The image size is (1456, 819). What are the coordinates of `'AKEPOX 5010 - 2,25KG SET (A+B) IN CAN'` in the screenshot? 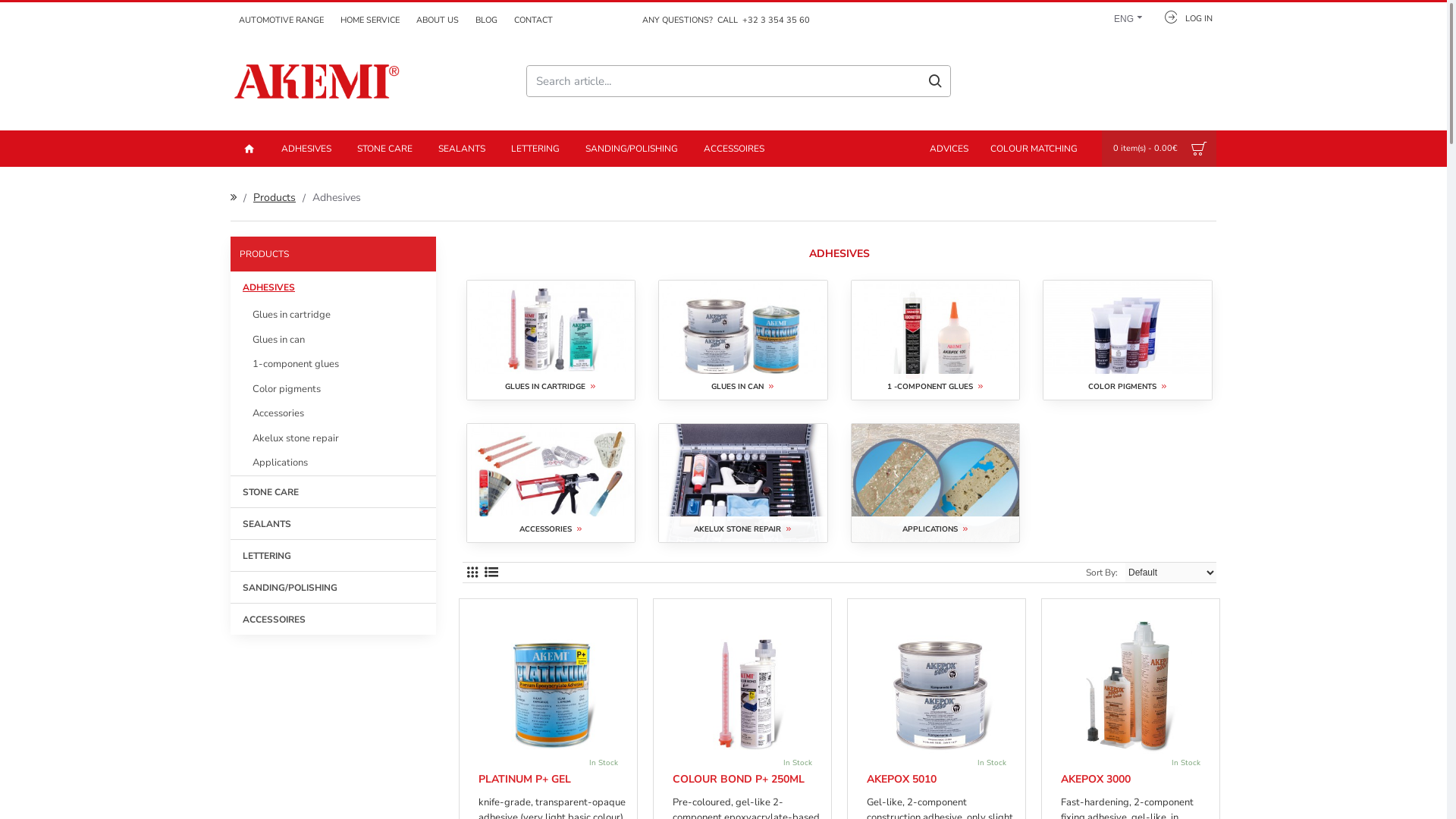 It's located at (939, 684).